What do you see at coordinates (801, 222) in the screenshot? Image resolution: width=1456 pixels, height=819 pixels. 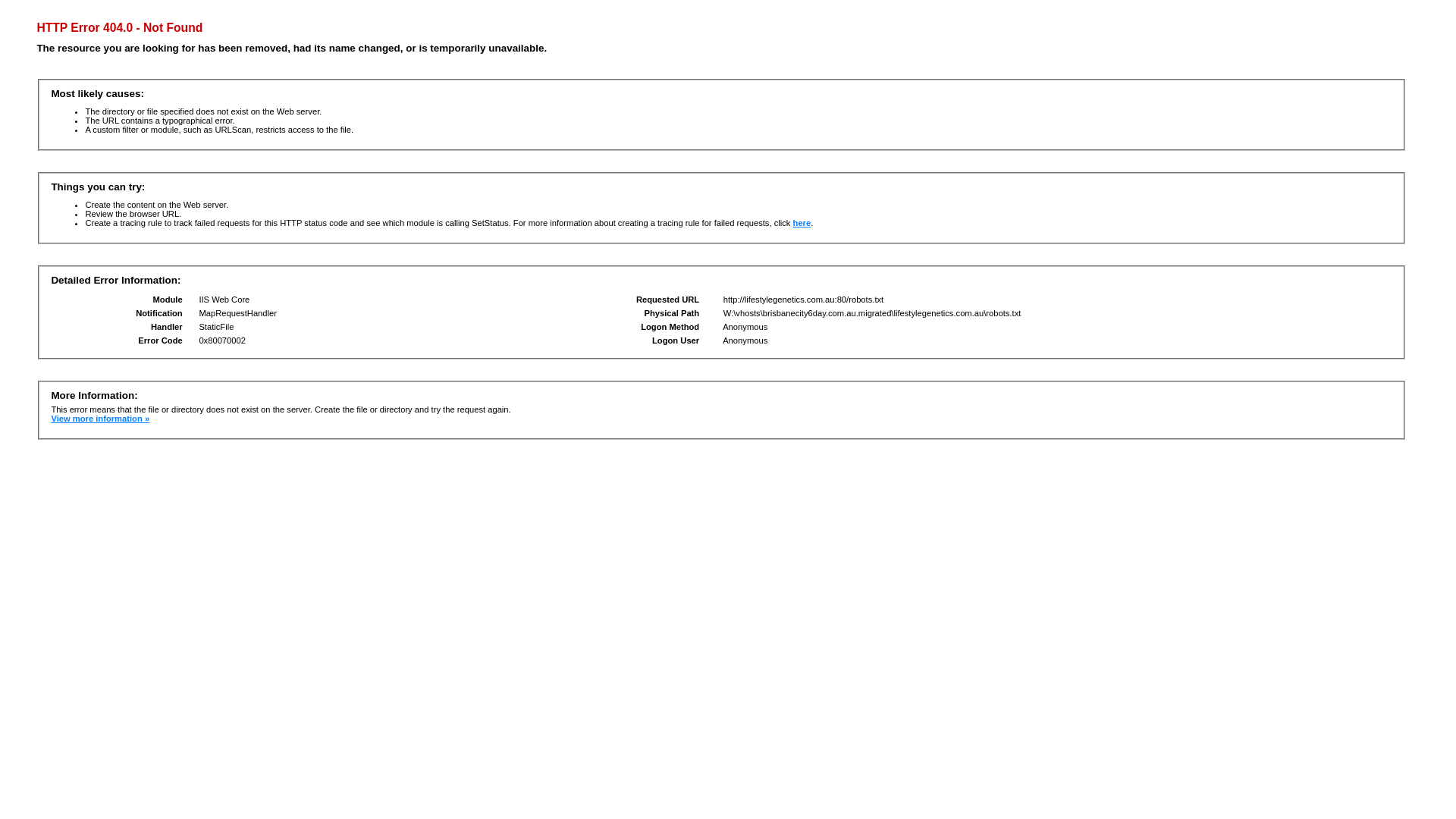 I see `'here'` at bounding box center [801, 222].